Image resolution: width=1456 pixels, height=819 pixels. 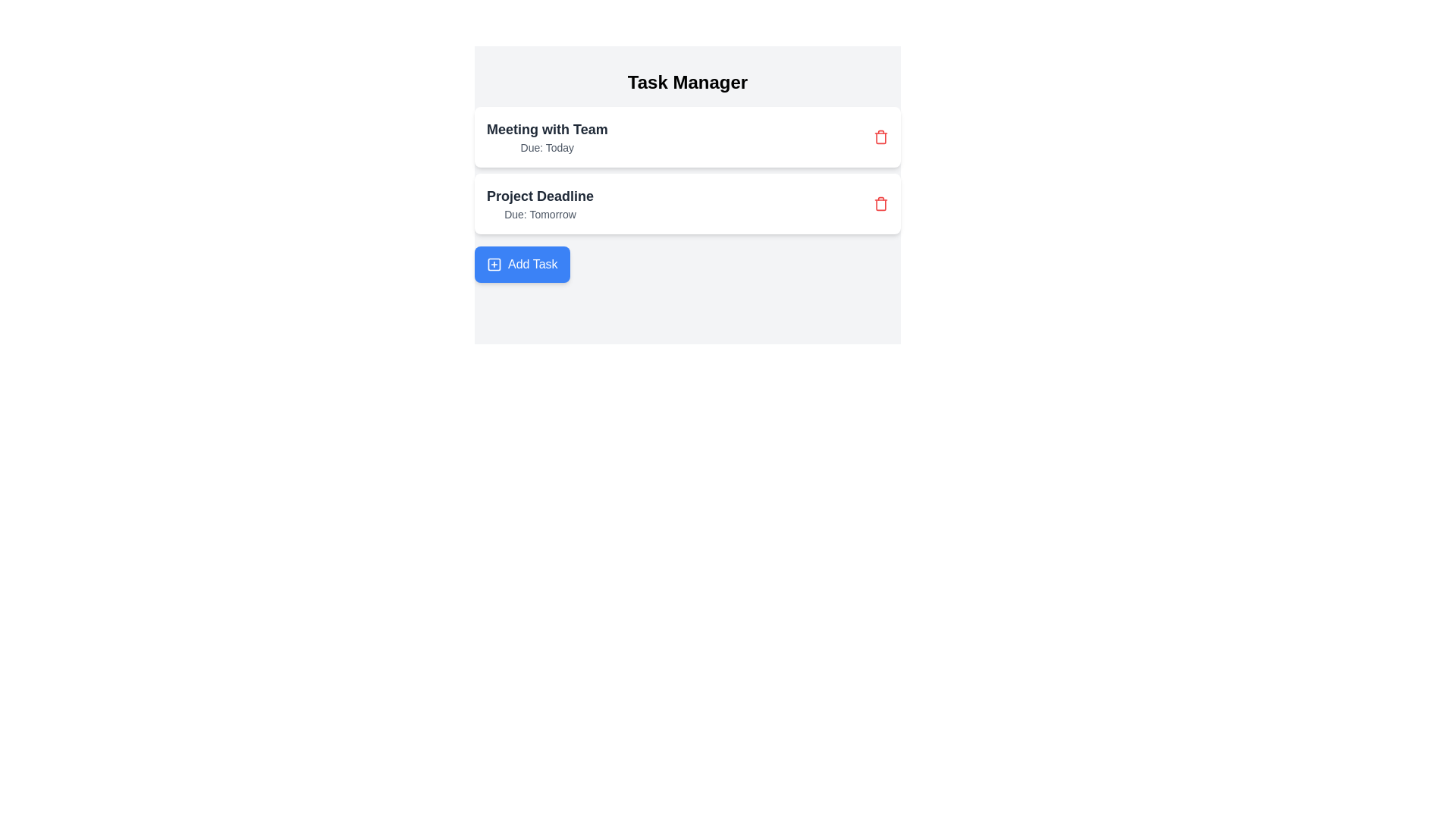 I want to click on the Informational Text Display that shows 'Project Deadline' and 'Due: Tomorrow', located centrally within the second task block beneath 'Meeting with Team', so click(x=540, y=203).